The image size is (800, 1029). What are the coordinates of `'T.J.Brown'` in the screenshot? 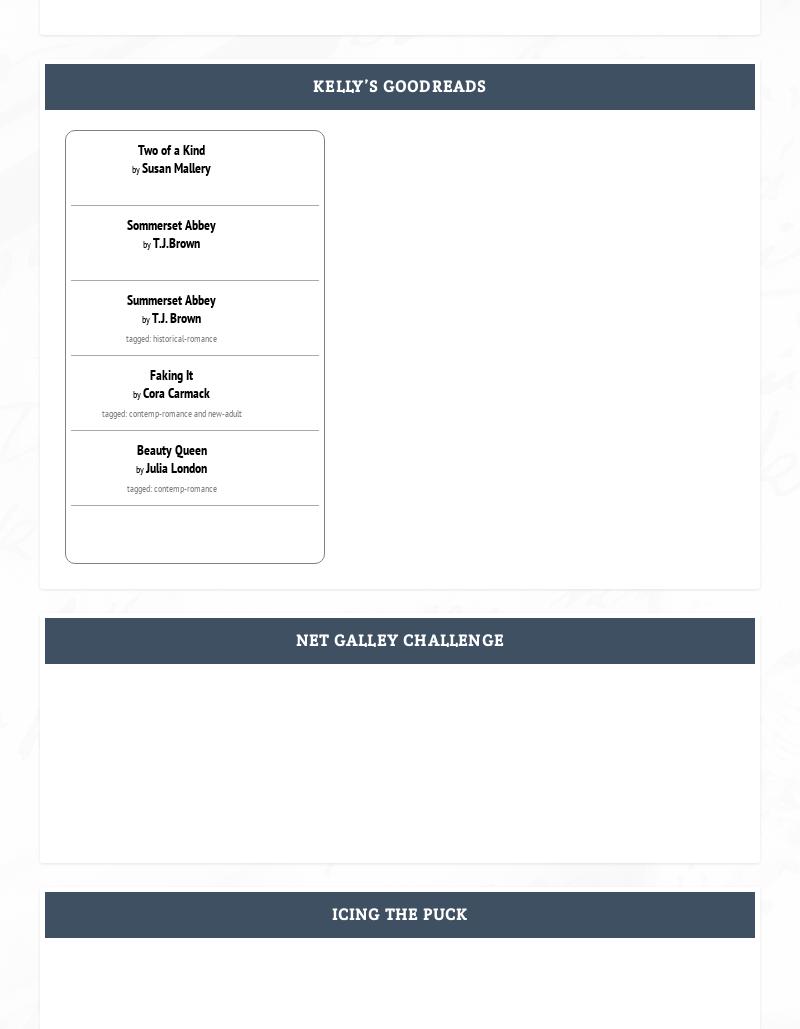 It's located at (175, 242).